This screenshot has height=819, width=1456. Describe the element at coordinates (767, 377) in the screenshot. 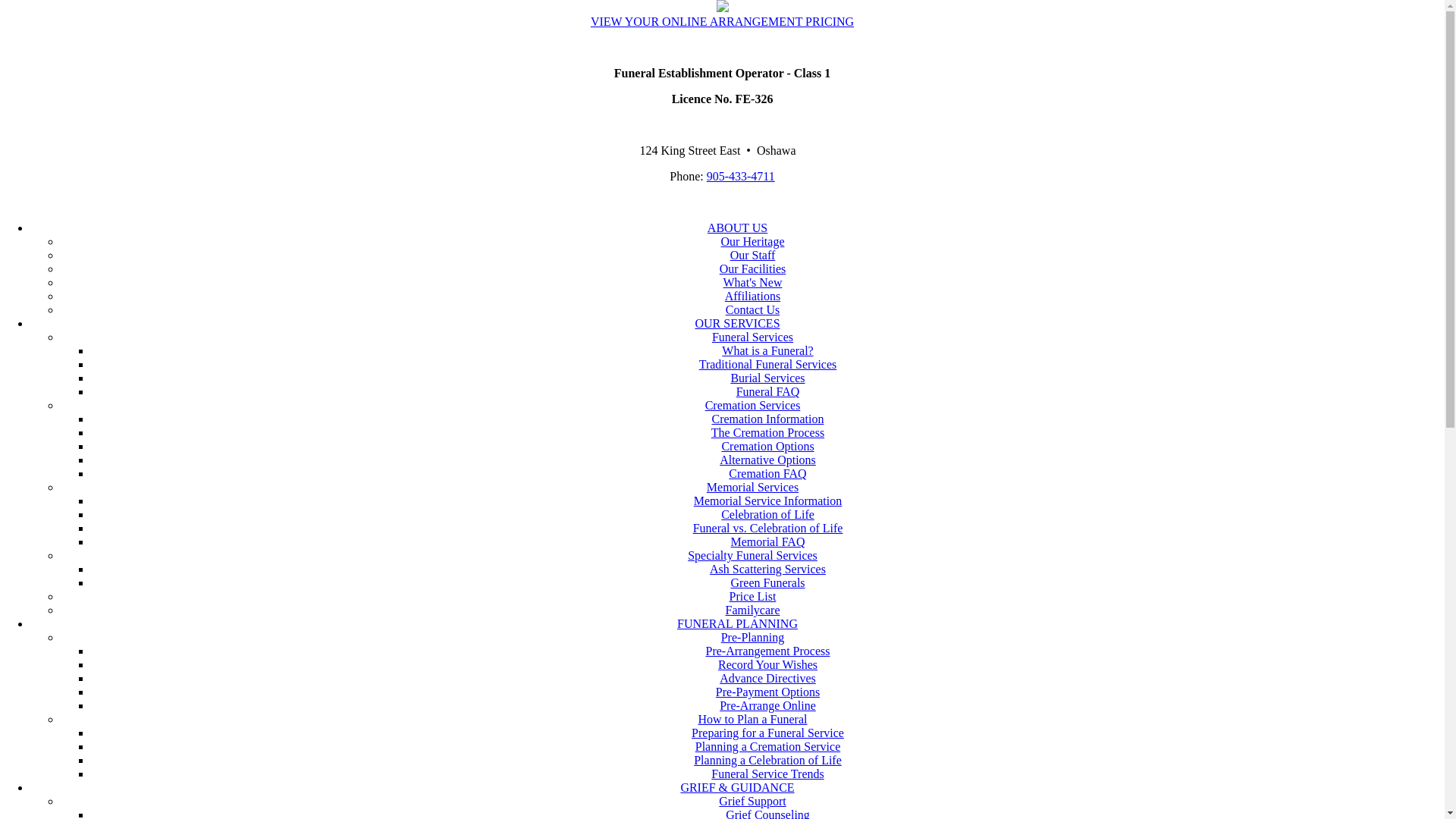

I see `'Burial Services'` at that location.